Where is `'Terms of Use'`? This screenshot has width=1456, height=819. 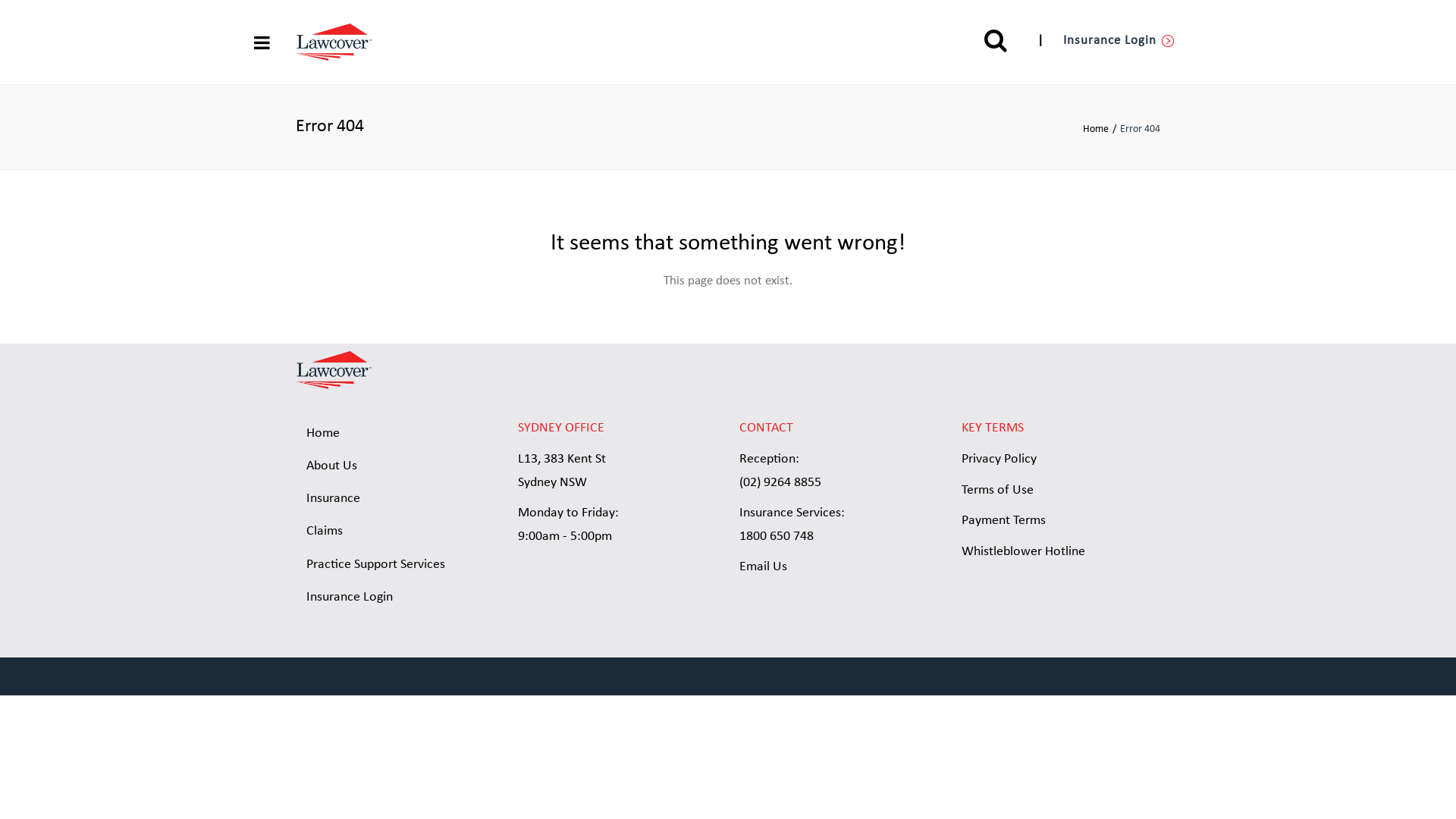
'Terms of Use' is located at coordinates (997, 490).